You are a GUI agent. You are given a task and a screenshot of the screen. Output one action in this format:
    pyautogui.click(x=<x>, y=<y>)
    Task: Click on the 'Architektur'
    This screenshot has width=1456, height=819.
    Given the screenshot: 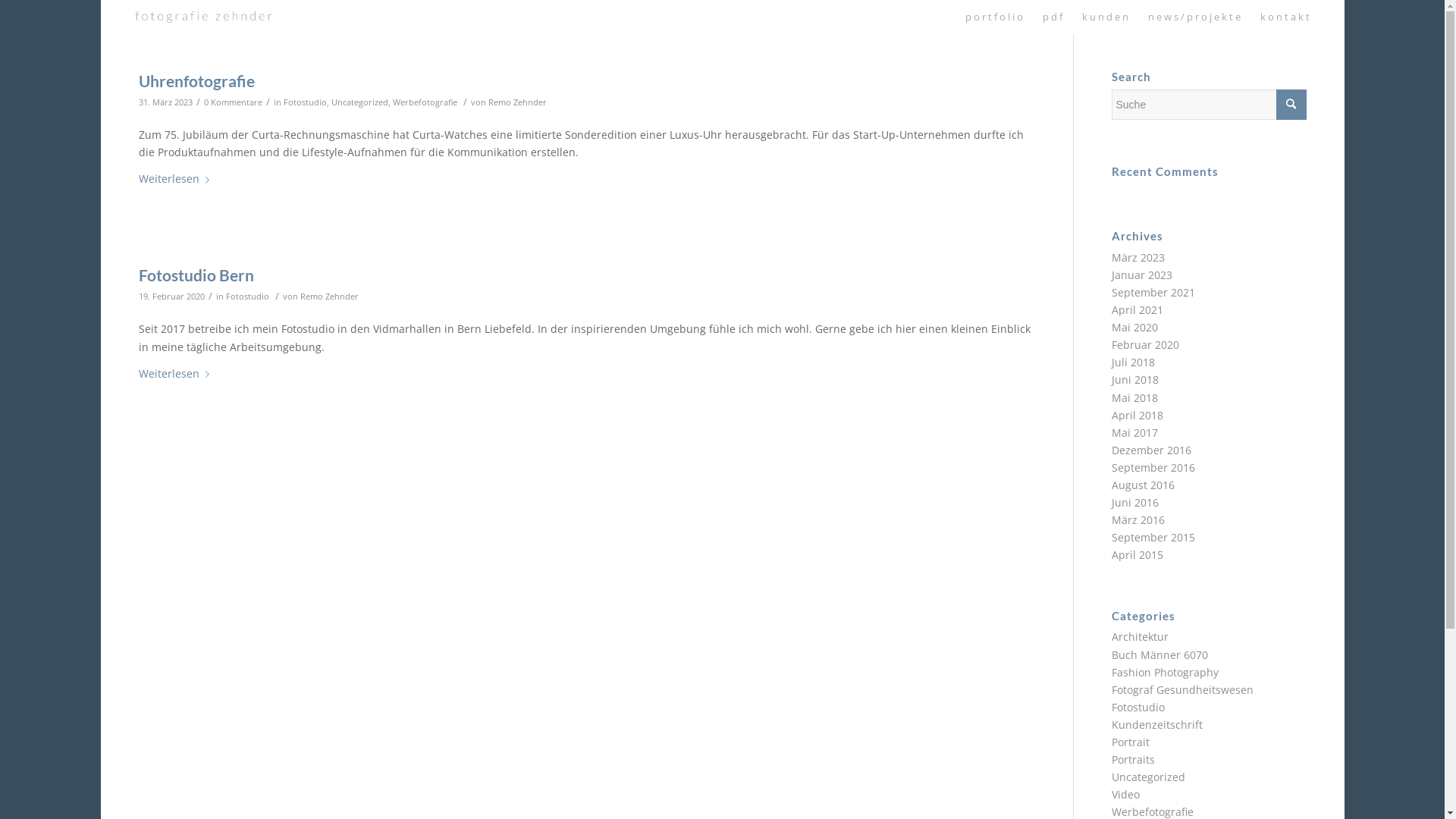 What is the action you would take?
    pyautogui.click(x=1140, y=636)
    